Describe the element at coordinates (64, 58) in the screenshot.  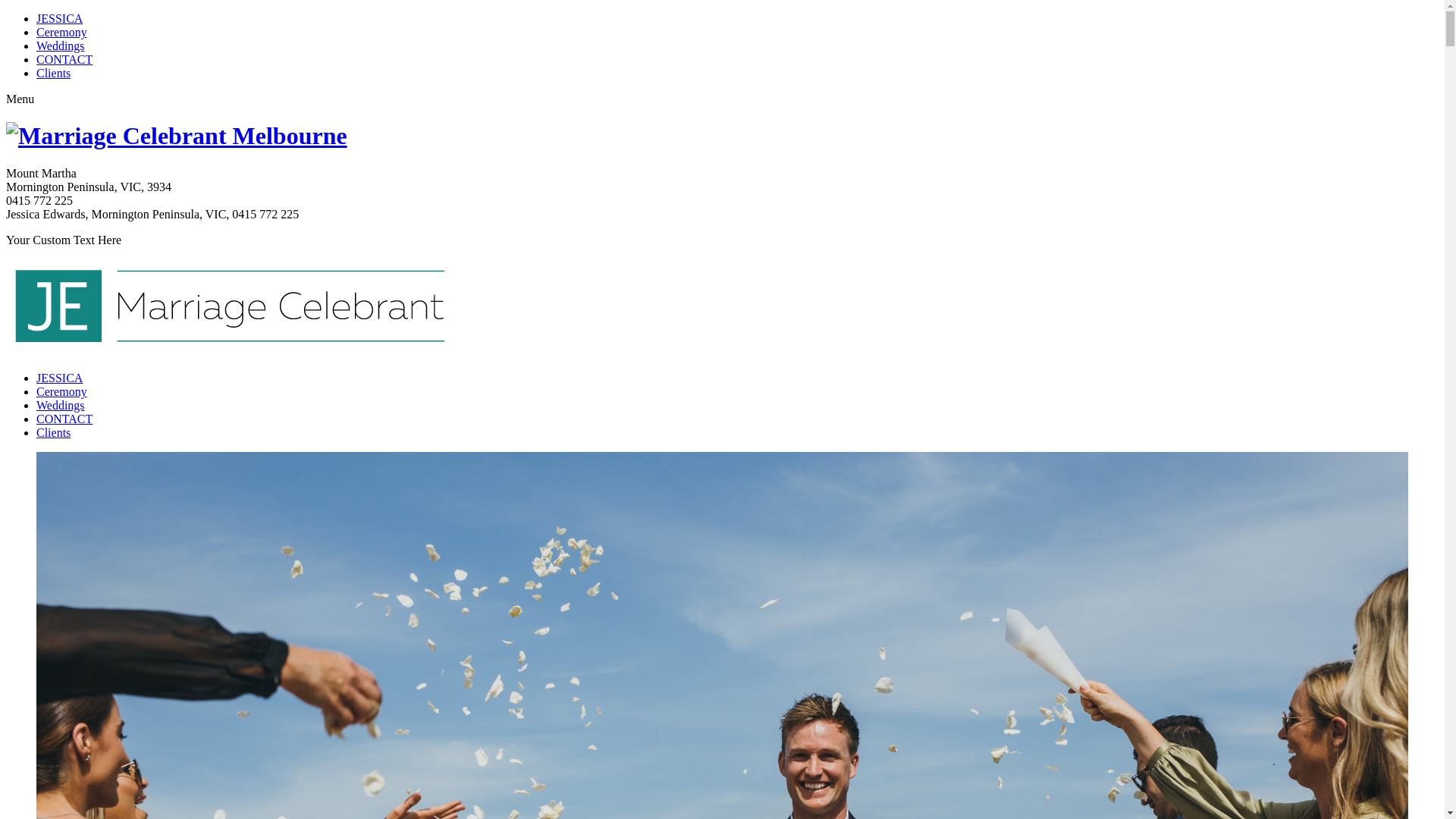
I see `'CONTACT'` at that location.